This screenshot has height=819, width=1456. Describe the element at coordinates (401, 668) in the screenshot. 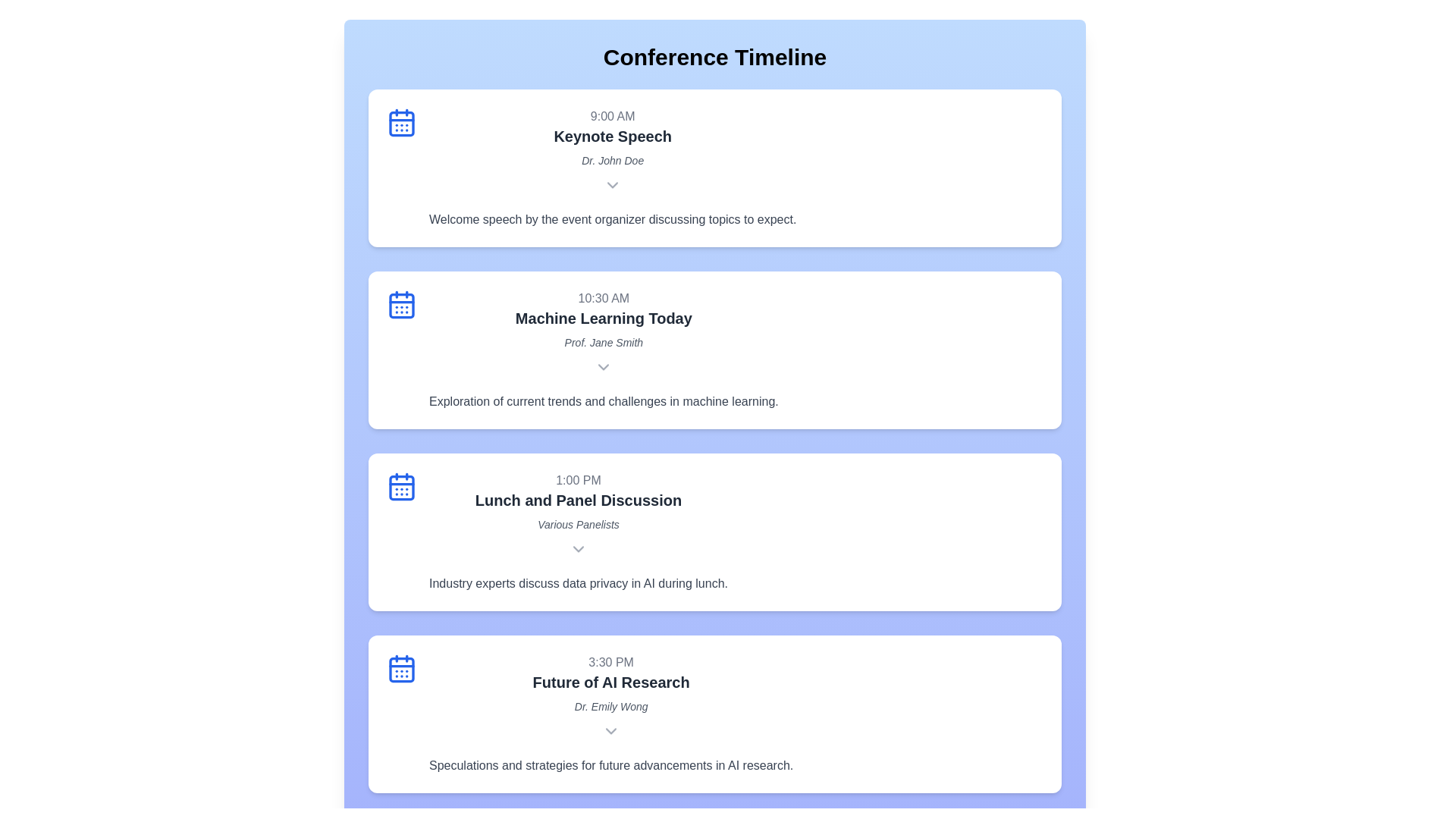

I see `the calendar icon located in the top-left corner of the fourth event card titled 'Future of AI Research', which is visually associated with a timed event` at that location.